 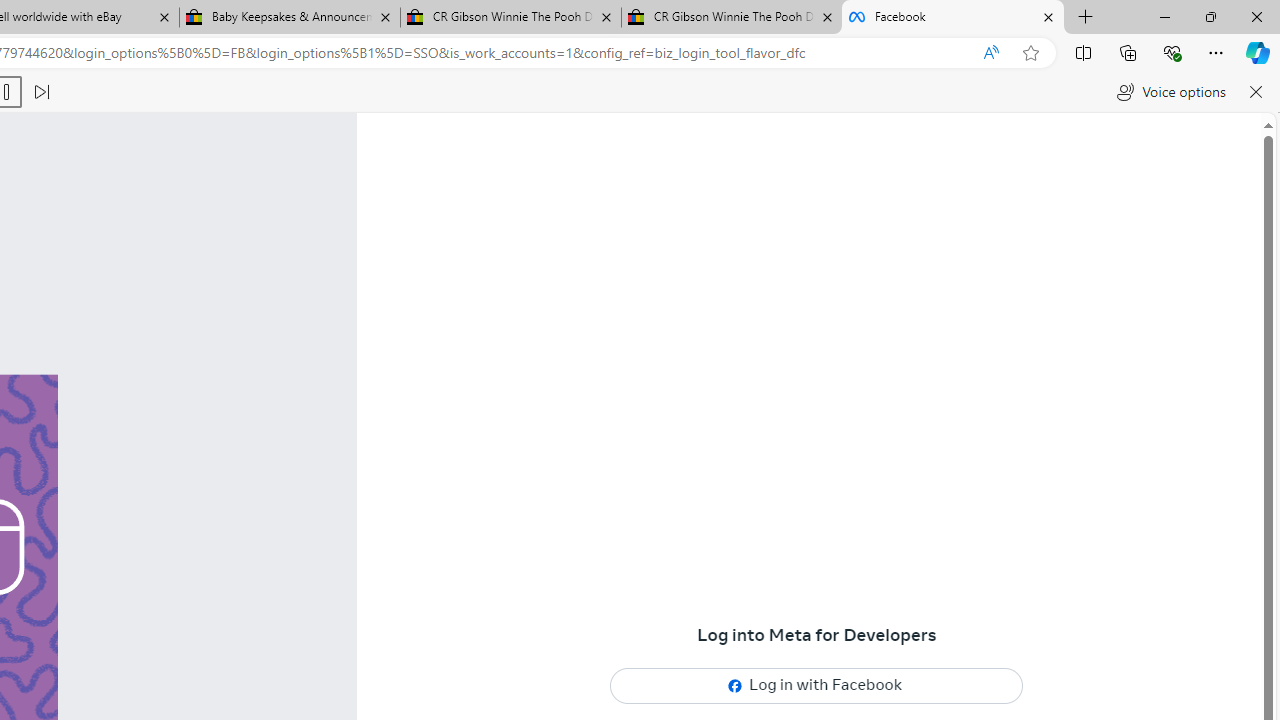 What do you see at coordinates (1254, 92) in the screenshot?
I see `'Close read aloud'` at bounding box center [1254, 92].